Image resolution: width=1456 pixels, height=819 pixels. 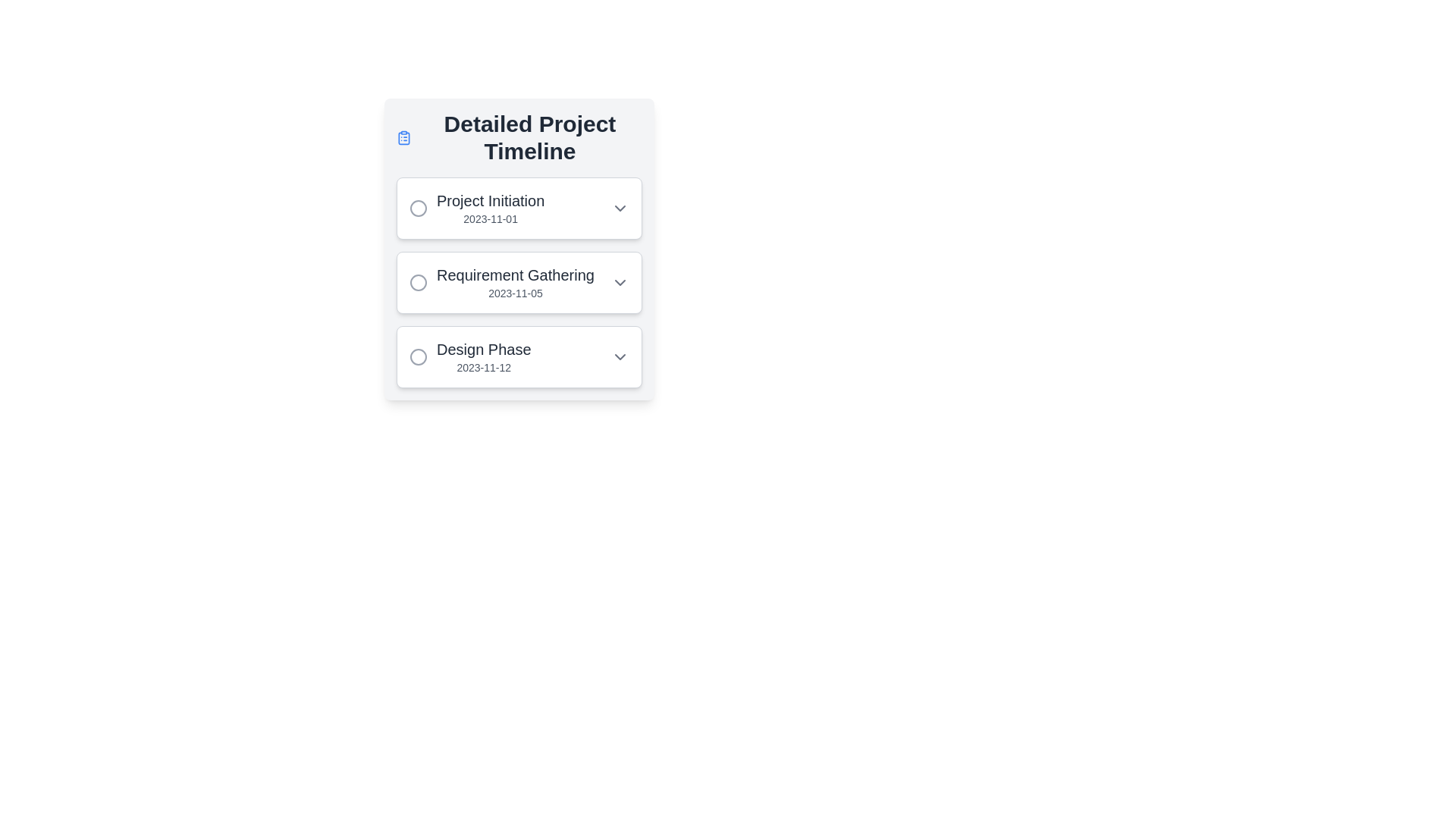 What do you see at coordinates (620, 208) in the screenshot?
I see `the icon button located in the first row of the 'Detailed Project Timeline' list, to the right of the 'Project Initiation' text` at bounding box center [620, 208].